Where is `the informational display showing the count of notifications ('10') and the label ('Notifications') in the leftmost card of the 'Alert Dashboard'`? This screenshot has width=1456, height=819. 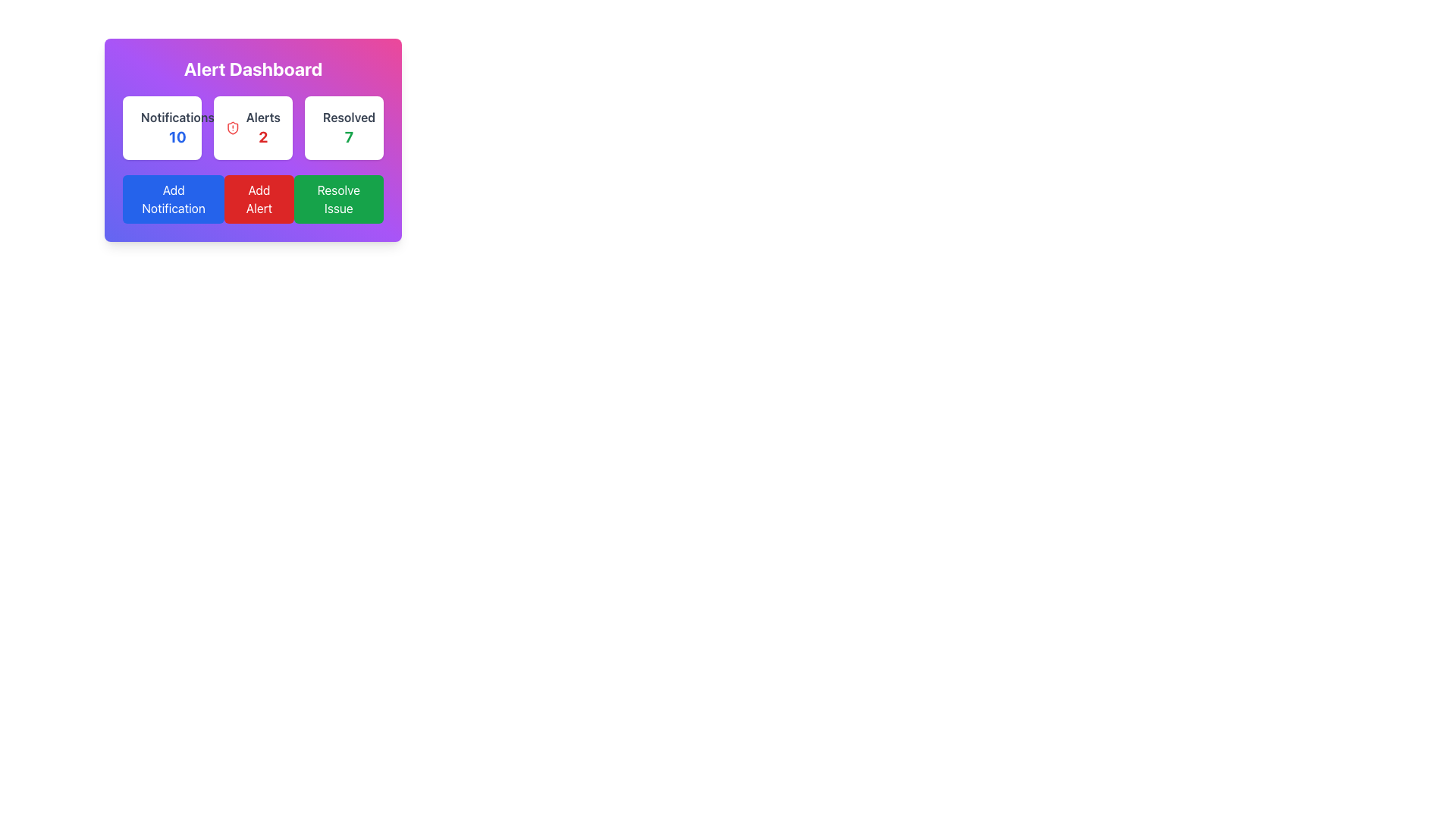 the informational display showing the count of notifications ('10') and the label ('Notifications') in the leftmost card of the 'Alert Dashboard' is located at coordinates (177, 127).